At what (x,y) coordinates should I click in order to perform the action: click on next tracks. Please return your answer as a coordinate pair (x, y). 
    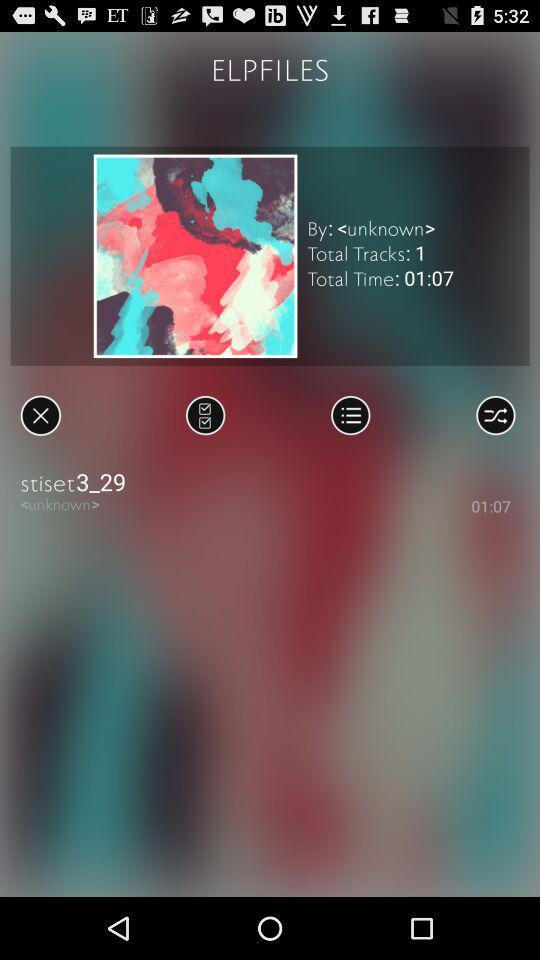
    Looking at the image, I should click on (204, 414).